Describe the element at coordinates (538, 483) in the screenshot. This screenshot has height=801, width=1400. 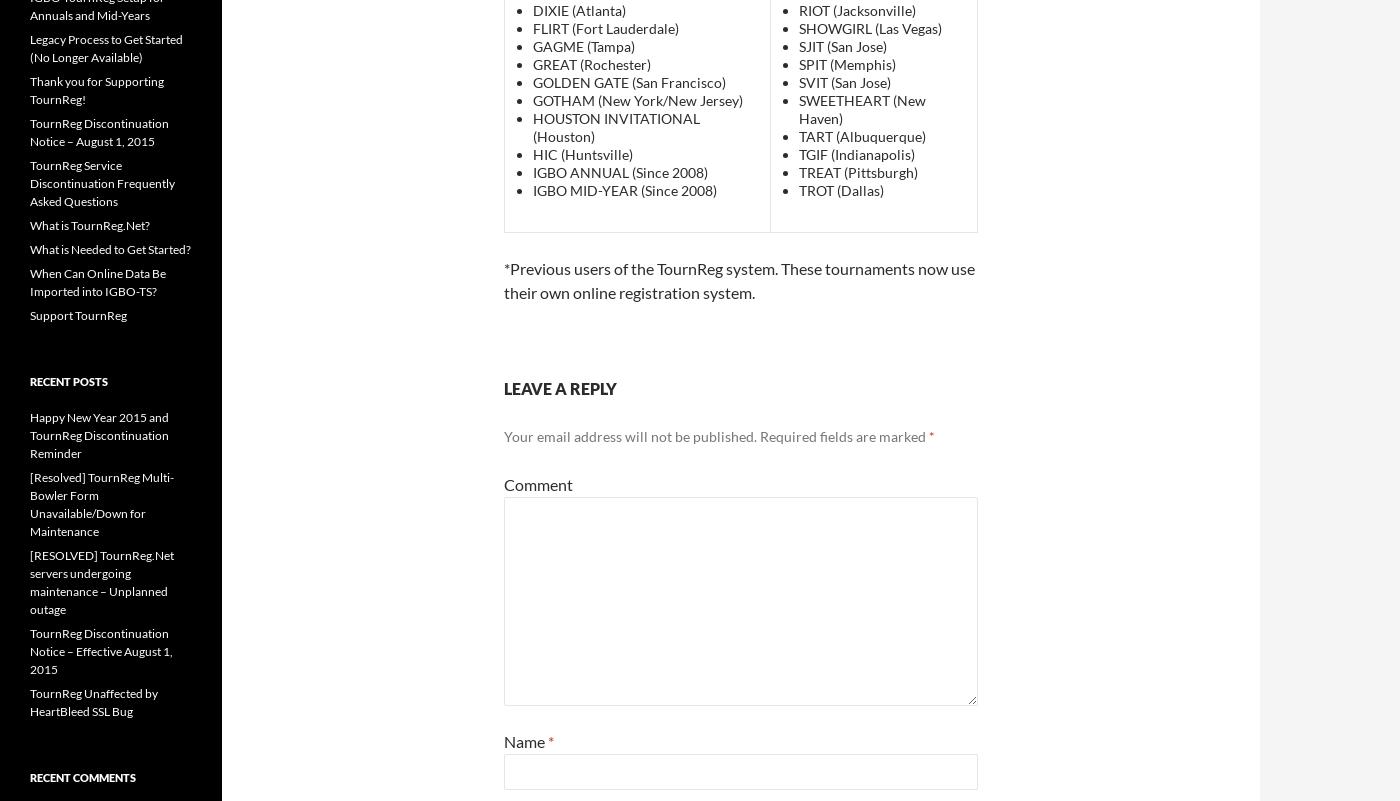
I see `'Comment'` at that location.